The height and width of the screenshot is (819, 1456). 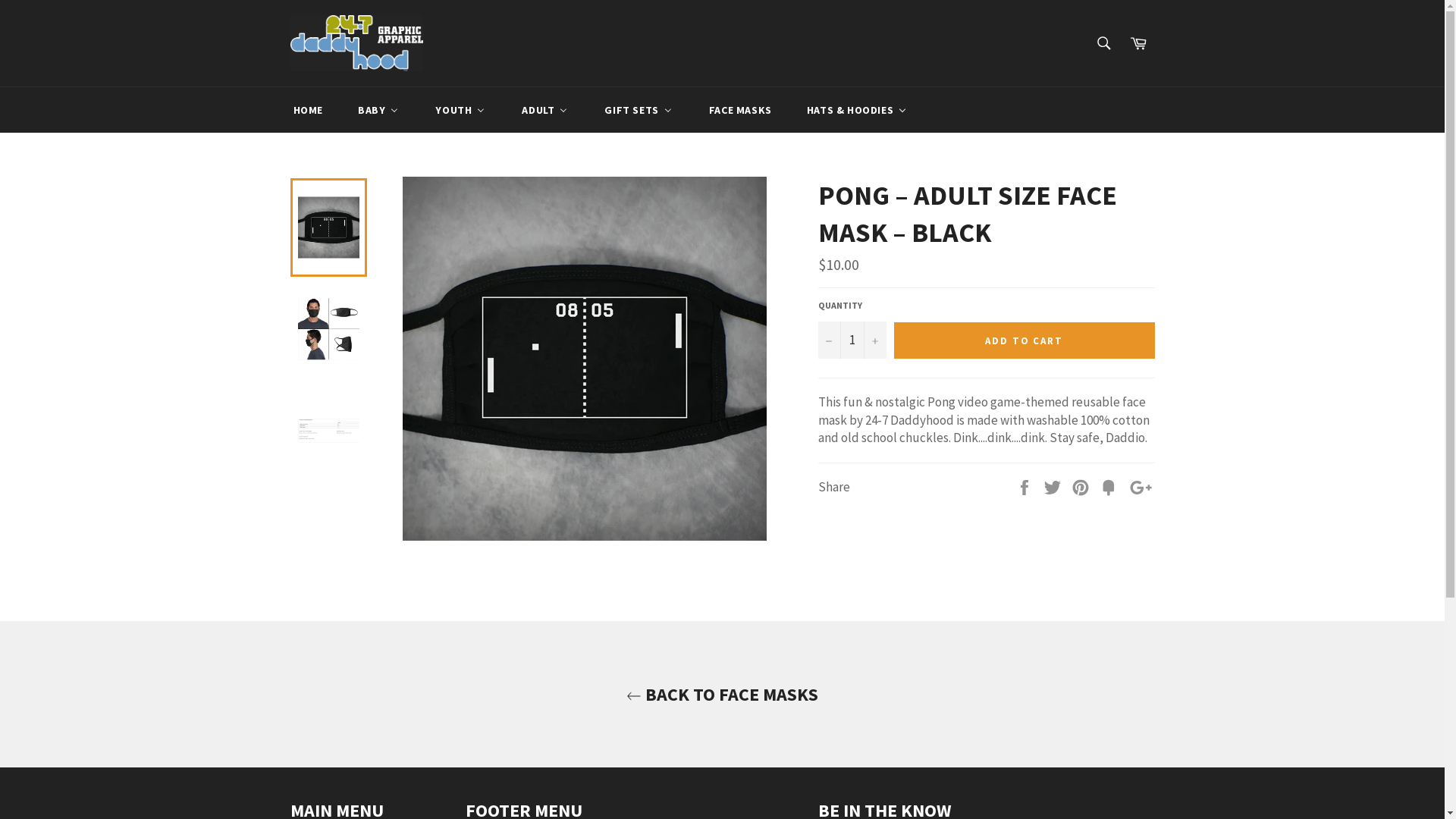 What do you see at coordinates (1070, 486) in the screenshot?
I see `'Pin on Pinterest'` at bounding box center [1070, 486].